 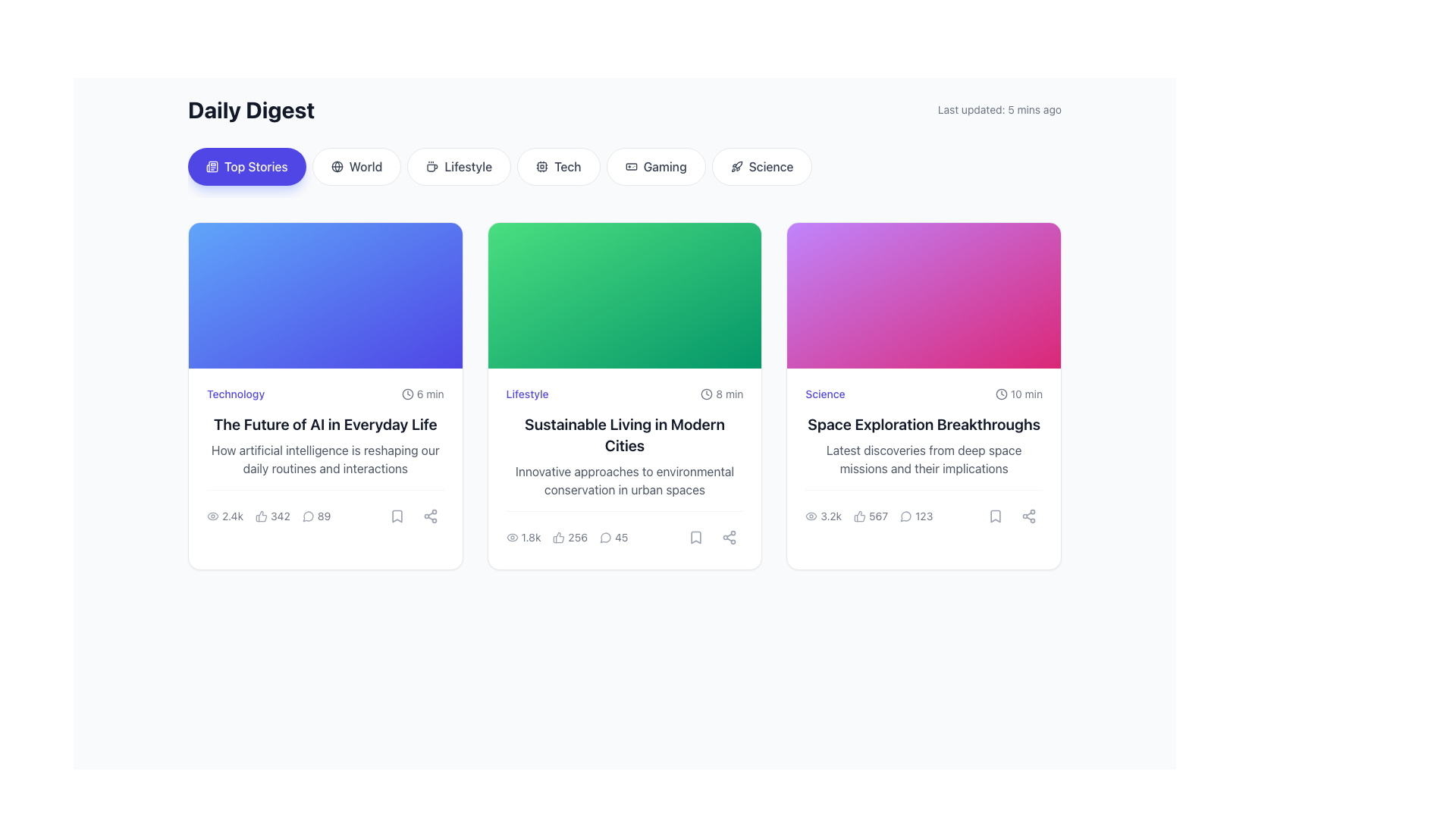 I want to click on the visibility icon (SVG graphic) located at the bottom of the first card, which is the leftmost component of a group that includes a numeric text ('2.4k'), so click(x=212, y=516).